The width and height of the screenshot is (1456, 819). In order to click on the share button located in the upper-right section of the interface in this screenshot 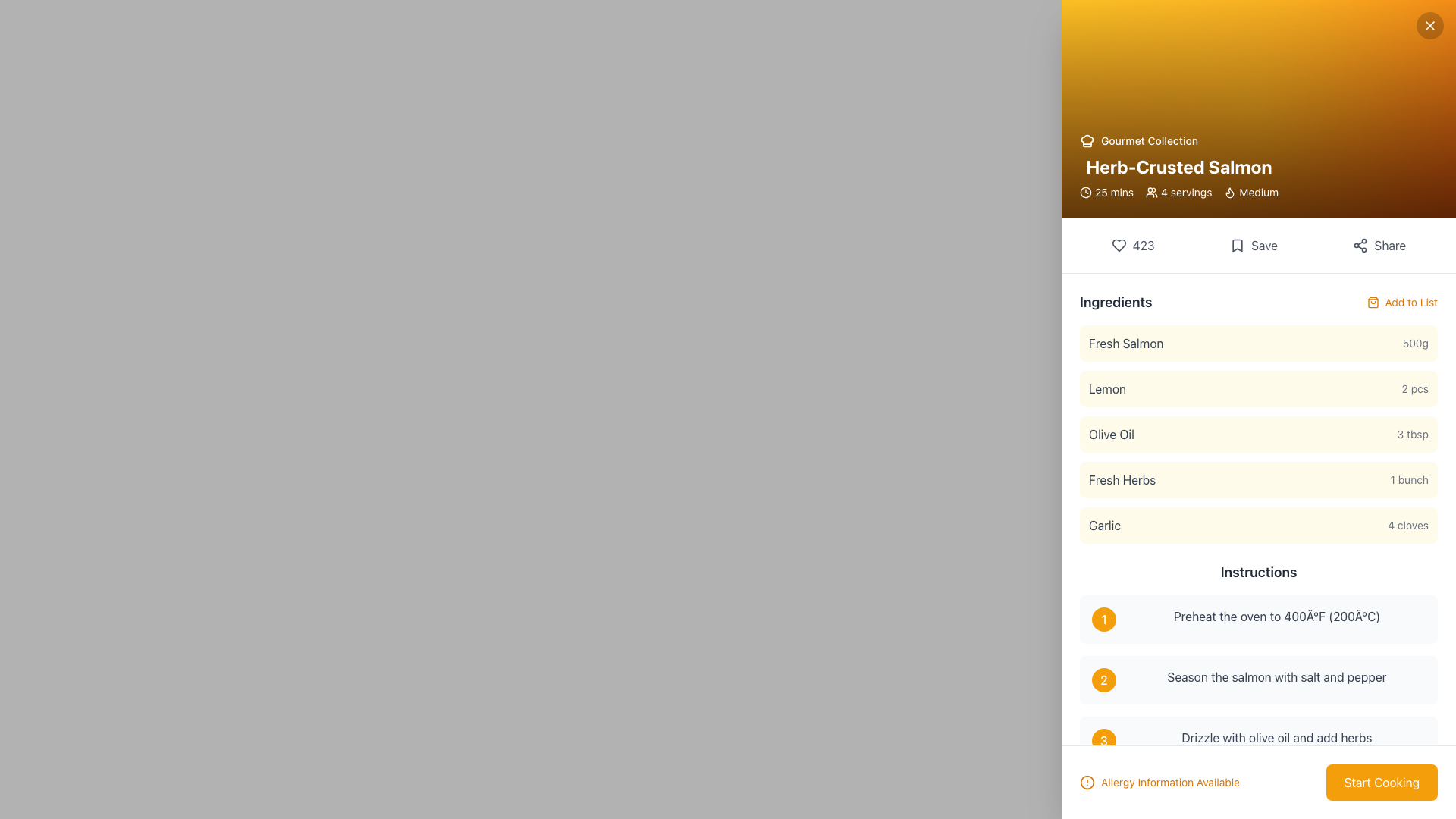, I will do `click(1390, 245)`.